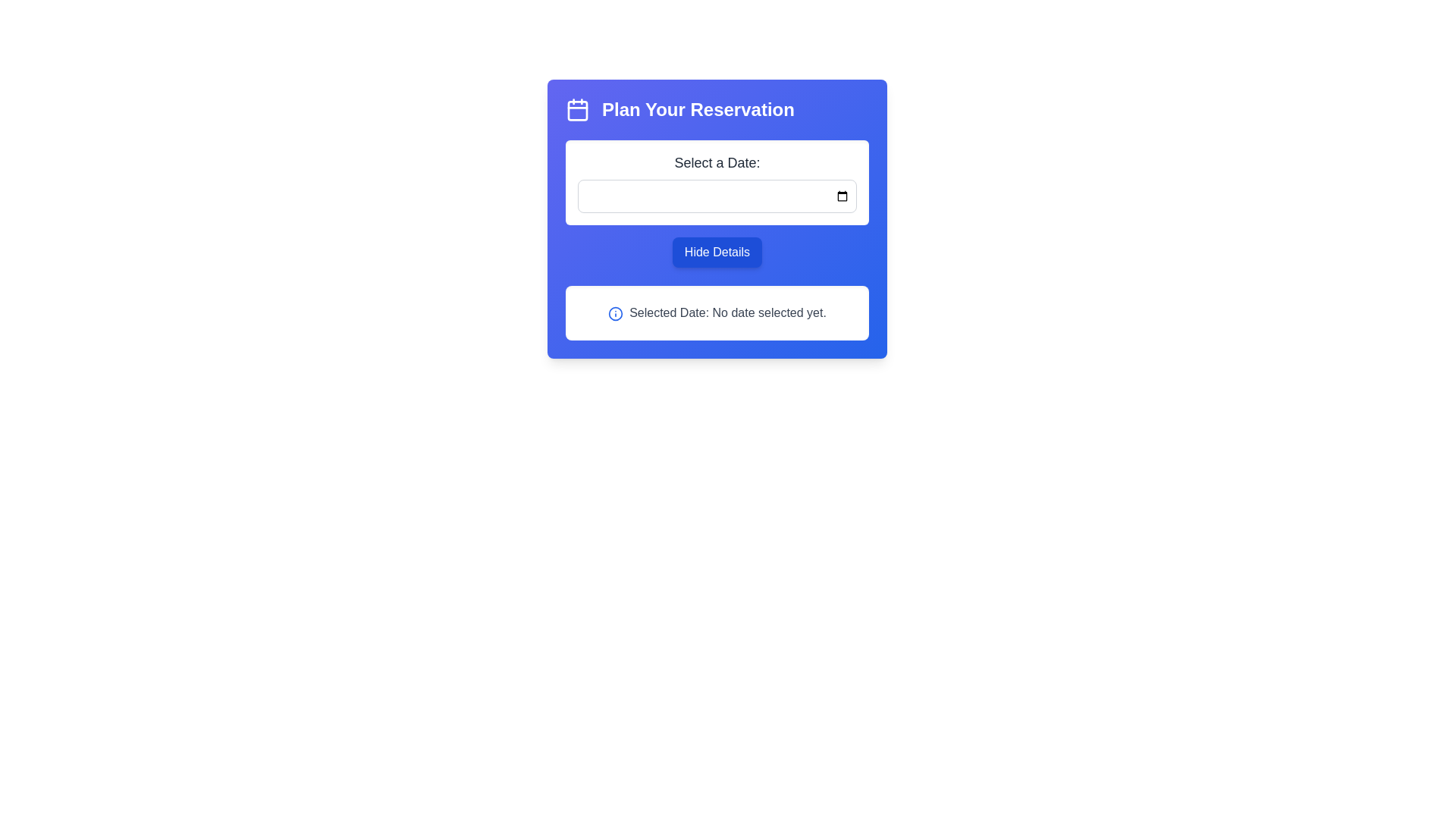  Describe the element at coordinates (577, 109) in the screenshot. I see `the calendar icon SVG graphic, which is located to the left of the text 'Plan Your Reservation'` at that location.